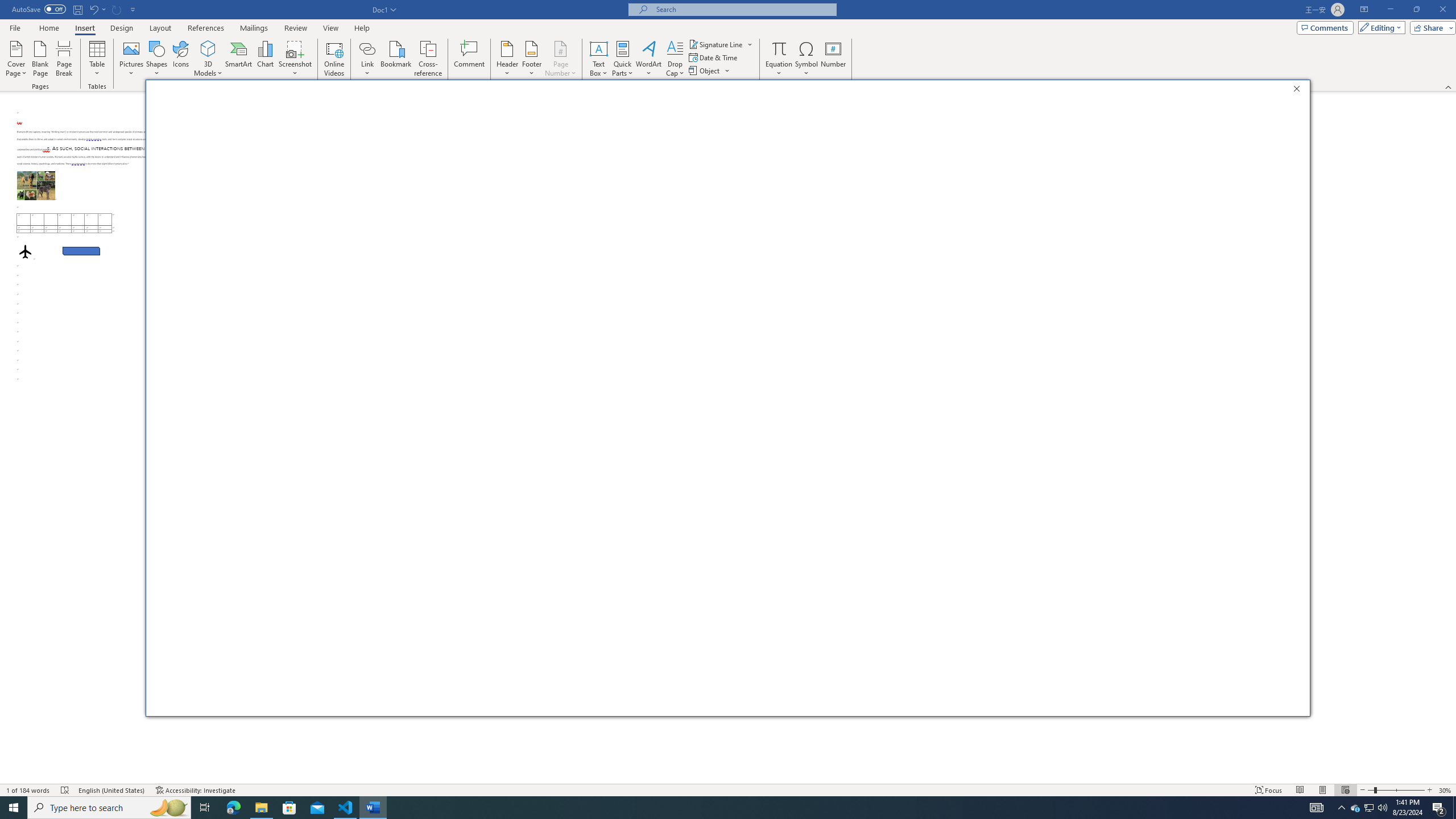  I want to click on 'Accessibility Checker Accessibility: Investigate', so click(195, 790).